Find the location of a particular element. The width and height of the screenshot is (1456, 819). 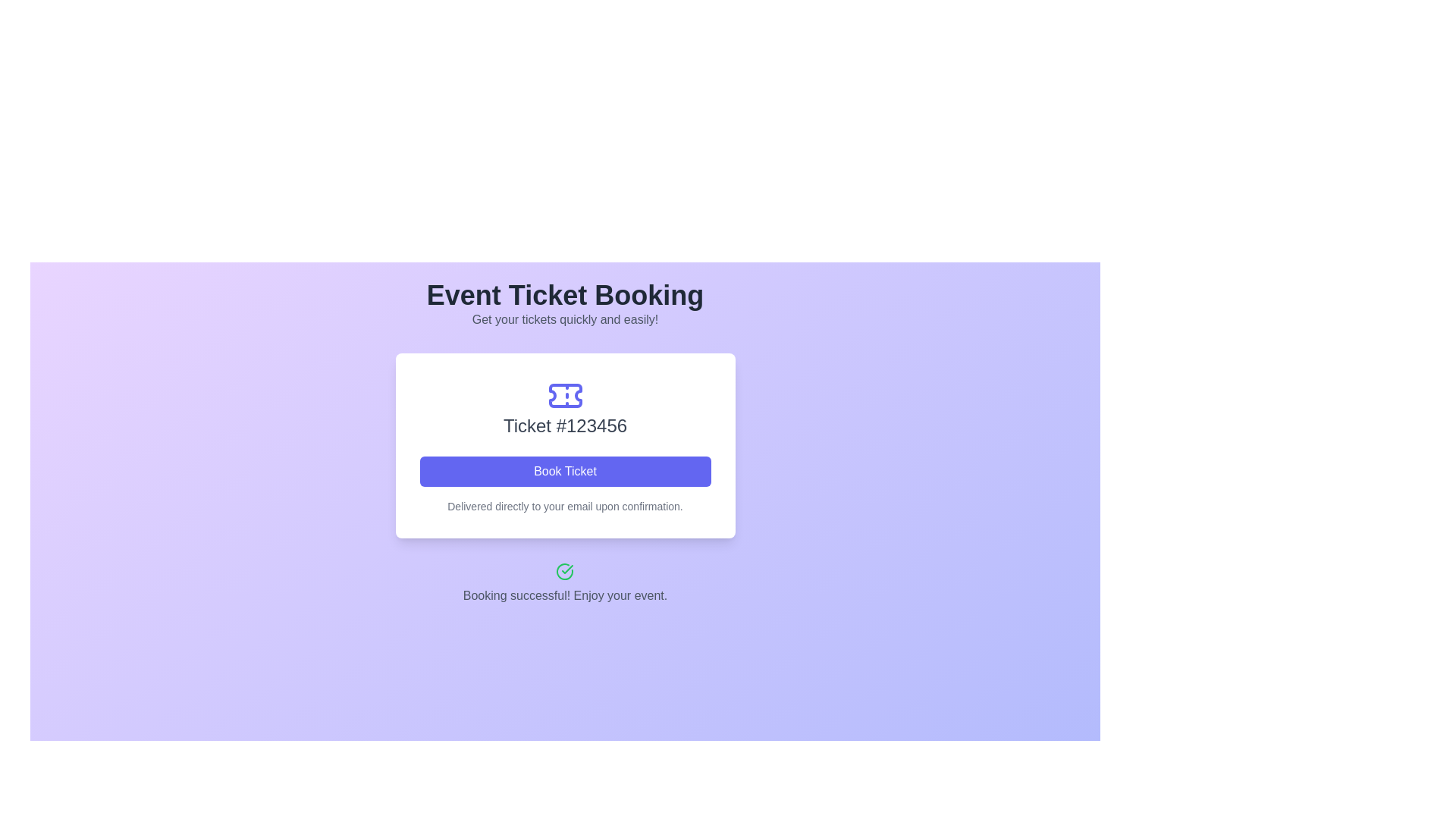

confirmation message text label located directly below the green checkmark icon, which informs the user of their successful booking is located at coordinates (564, 595).